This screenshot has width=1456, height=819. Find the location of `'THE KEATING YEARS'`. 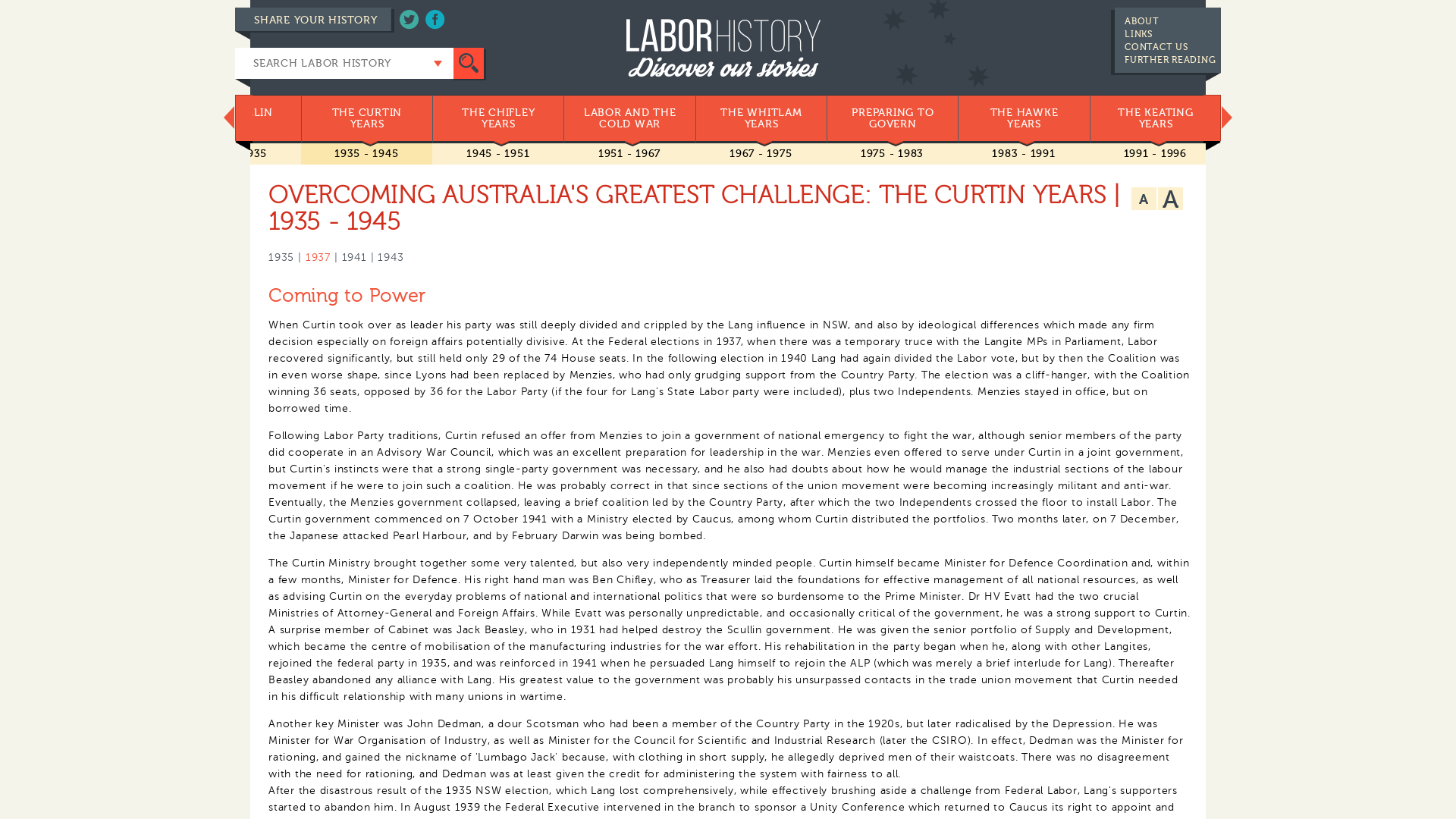

'THE KEATING YEARS' is located at coordinates (1154, 118).